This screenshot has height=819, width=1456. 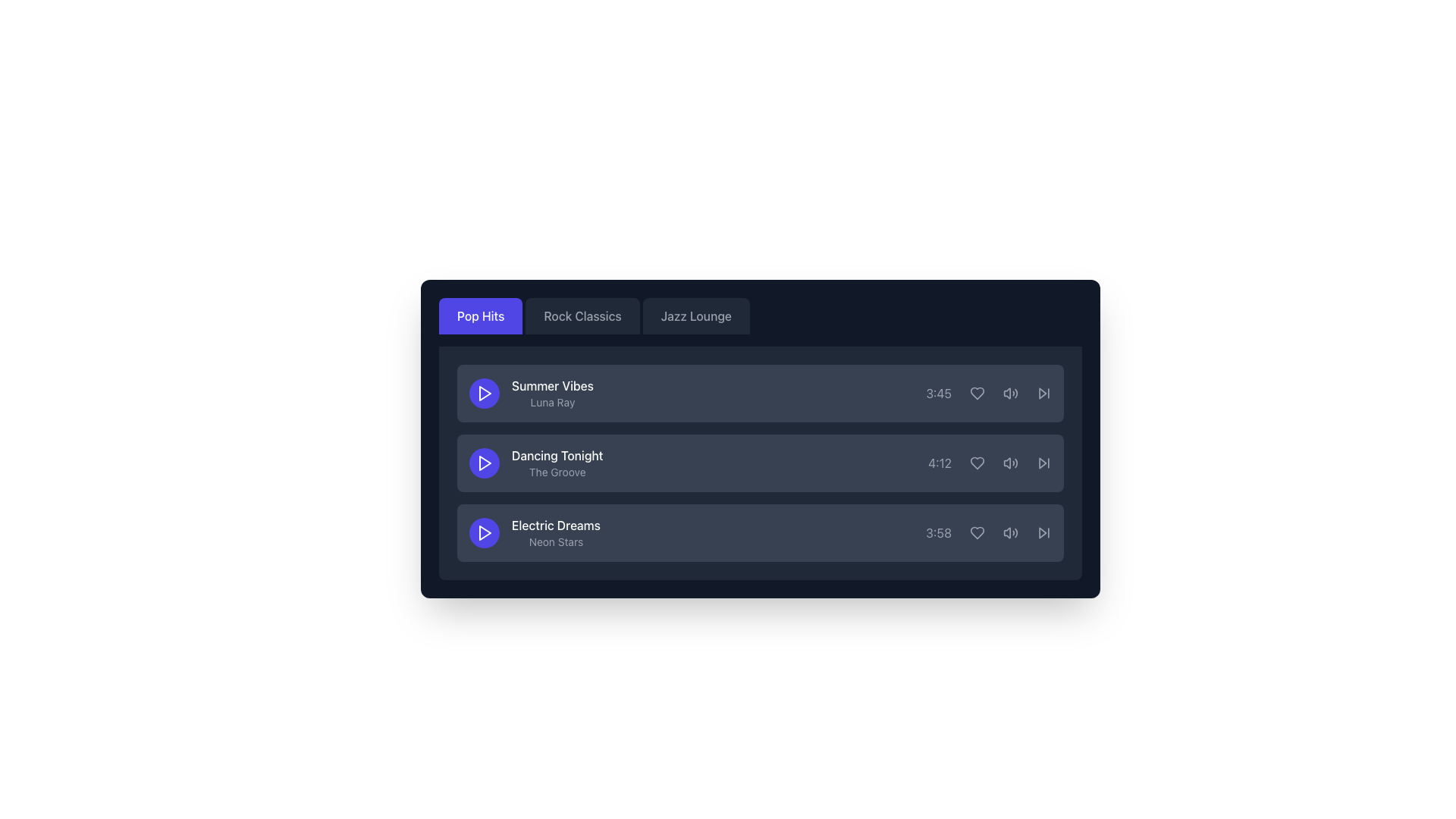 I want to click on the triangular red play button icon with a purple background, located to the left of the 'Electric Dreams' song item, so click(x=484, y=532).